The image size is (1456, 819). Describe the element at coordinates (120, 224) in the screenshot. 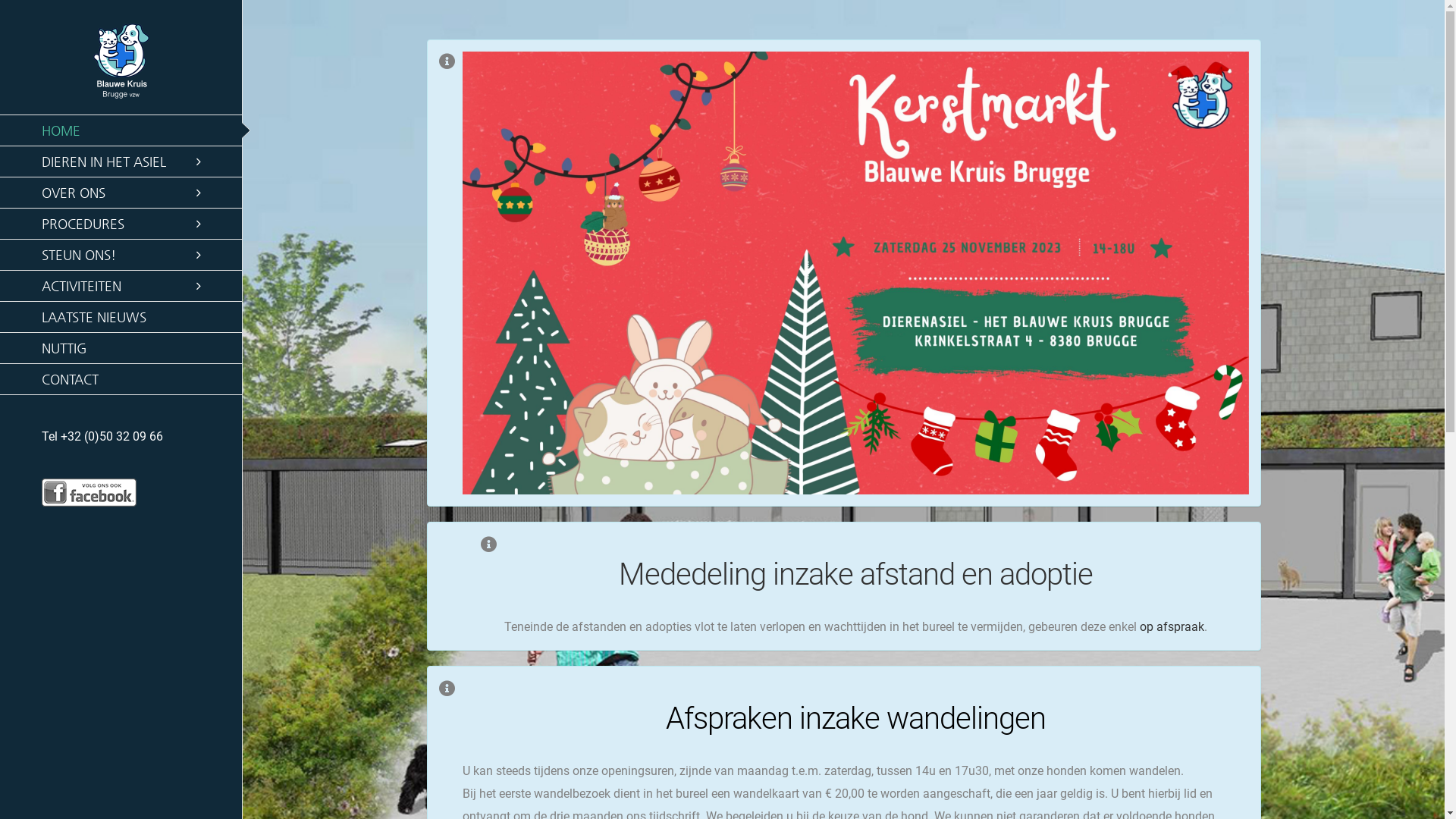

I see `'PROCEDURES'` at that location.